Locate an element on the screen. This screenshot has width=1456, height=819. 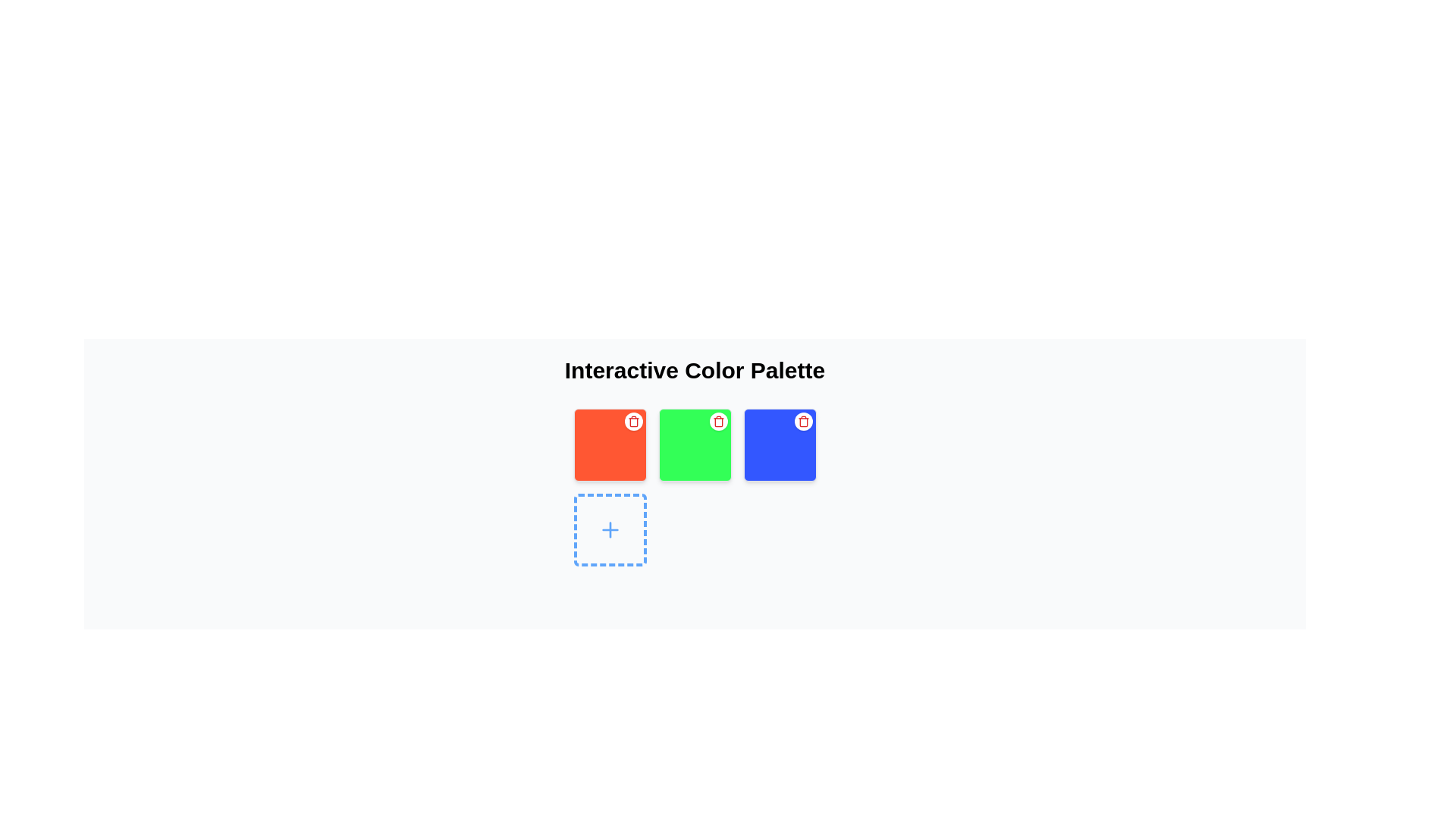
the circular delete button with a red trash bin icon located at the top-right corner of the blue square is located at coordinates (802, 421).